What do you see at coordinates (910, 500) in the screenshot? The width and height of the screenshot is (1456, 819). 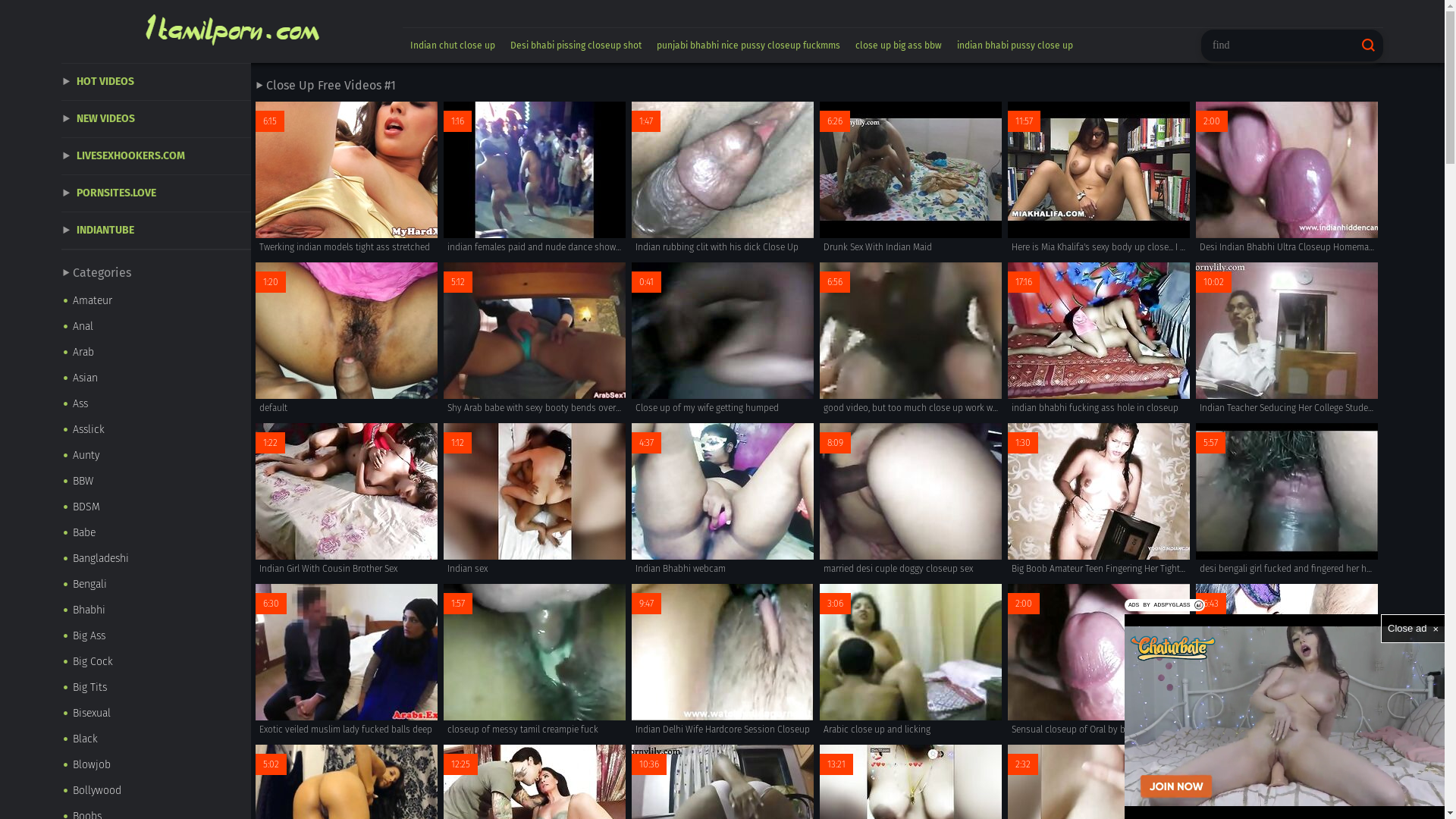 I see `'8:09` at bounding box center [910, 500].